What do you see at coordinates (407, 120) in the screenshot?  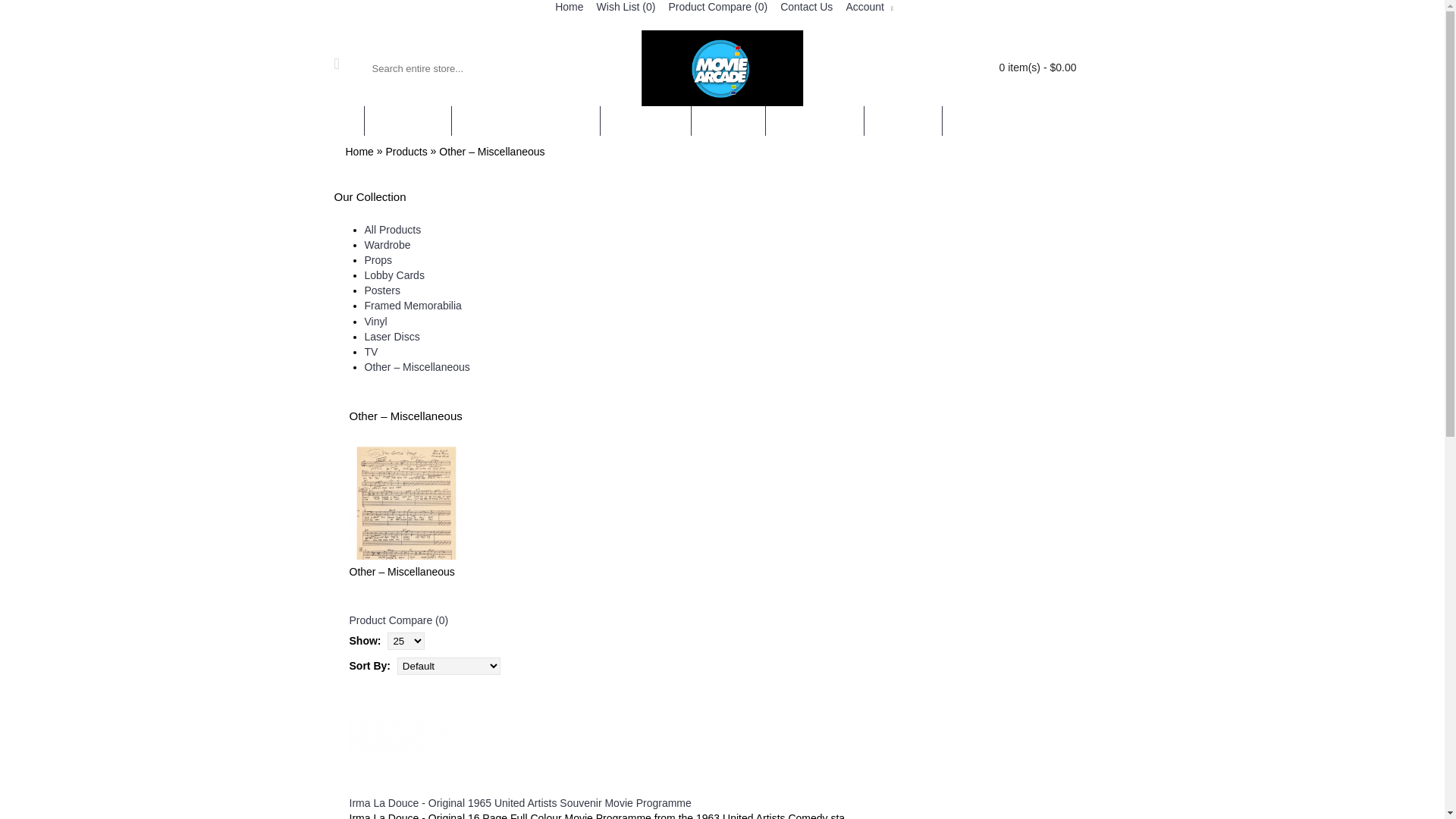 I see `'PRODUCTS'` at bounding box center [407, 120].